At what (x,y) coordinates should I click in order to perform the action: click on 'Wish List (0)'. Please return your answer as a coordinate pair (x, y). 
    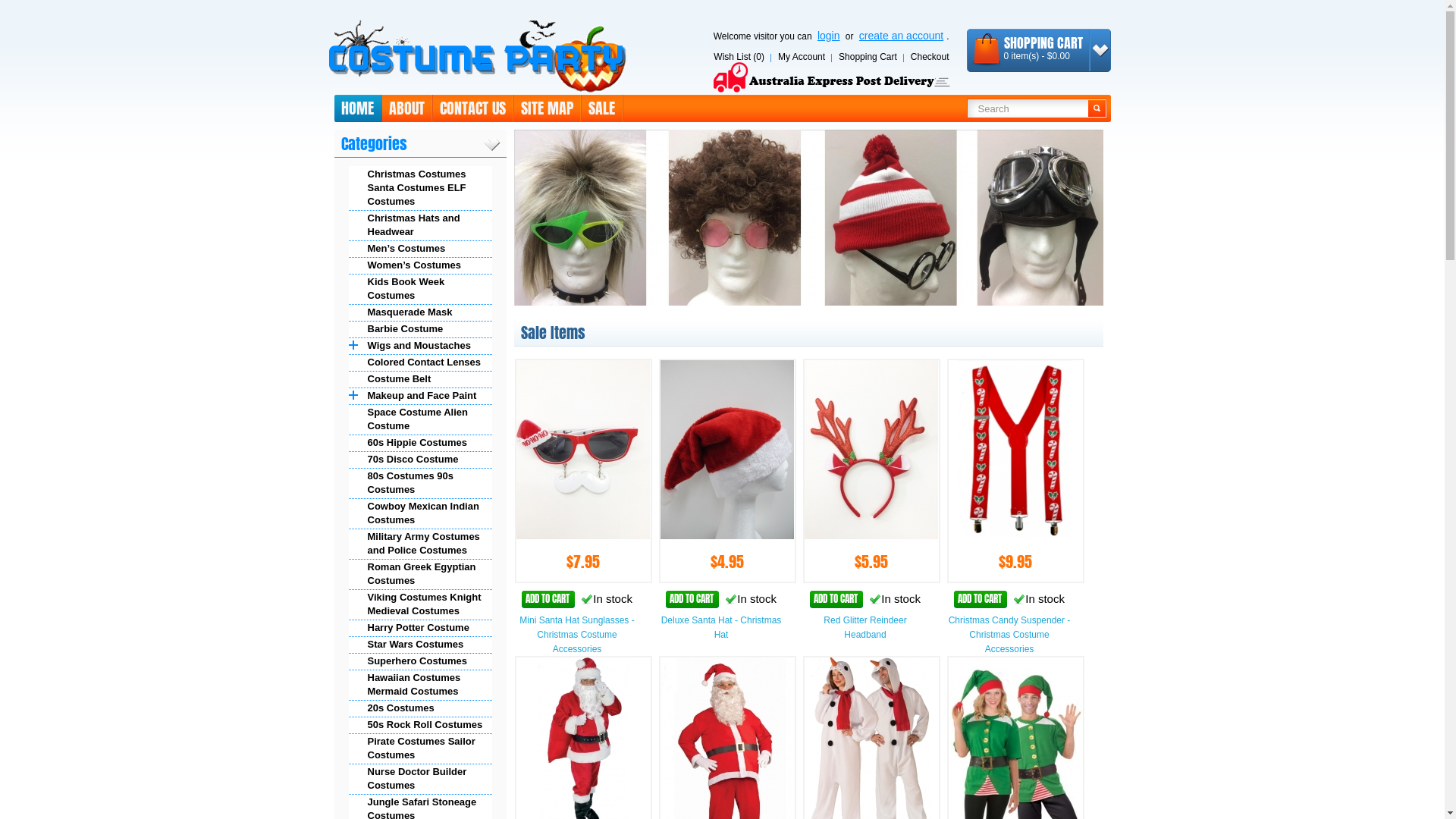
    Looking at the image, I should click on (739, 56).